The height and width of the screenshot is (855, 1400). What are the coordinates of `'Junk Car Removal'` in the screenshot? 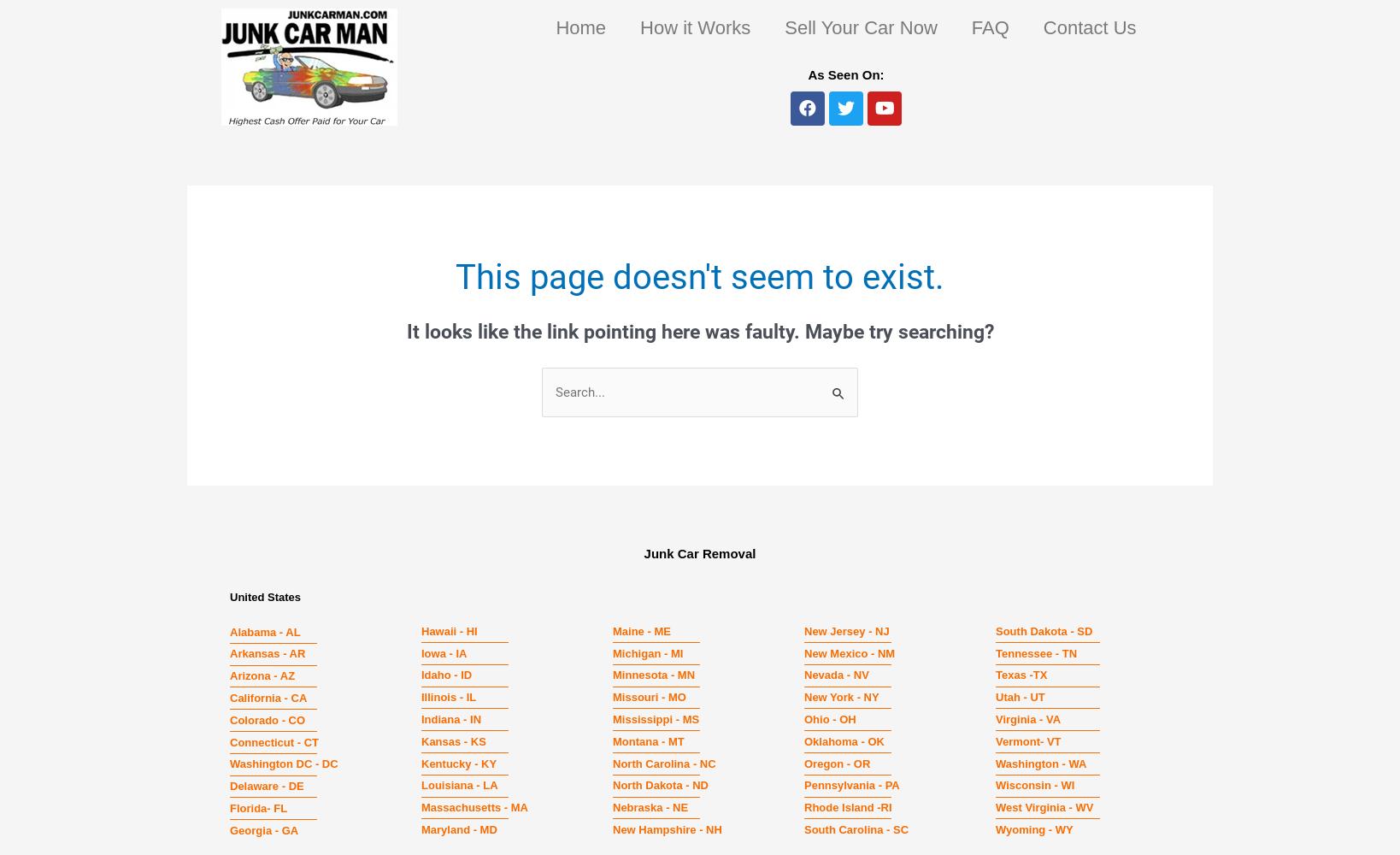 It's located at (699, 552).